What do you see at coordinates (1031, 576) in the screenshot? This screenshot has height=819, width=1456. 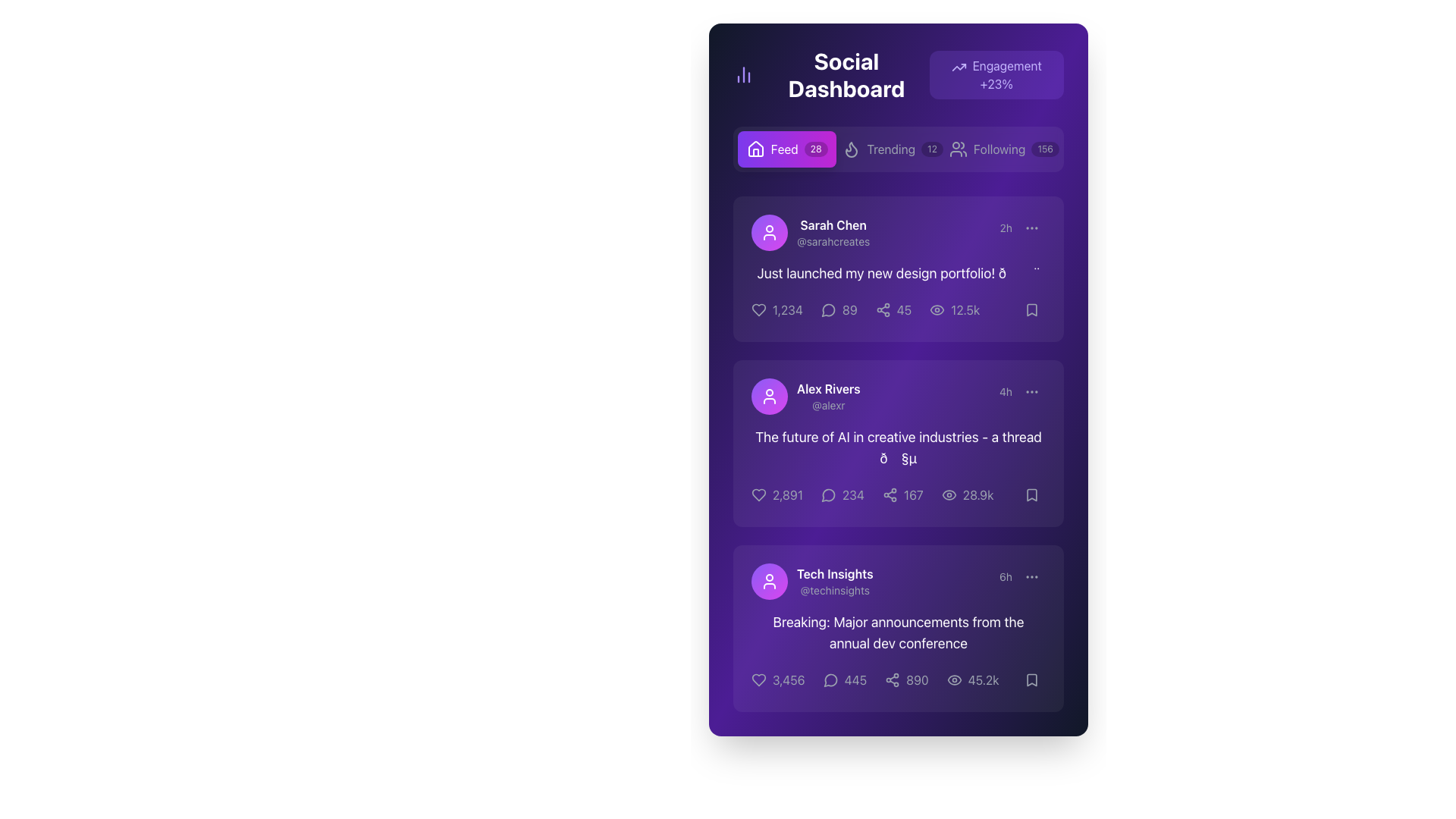 I see `the ellipsis icon button located at the top-right corner of the bottom-most post in the vertical feed` at bounding box center [1031, 576].